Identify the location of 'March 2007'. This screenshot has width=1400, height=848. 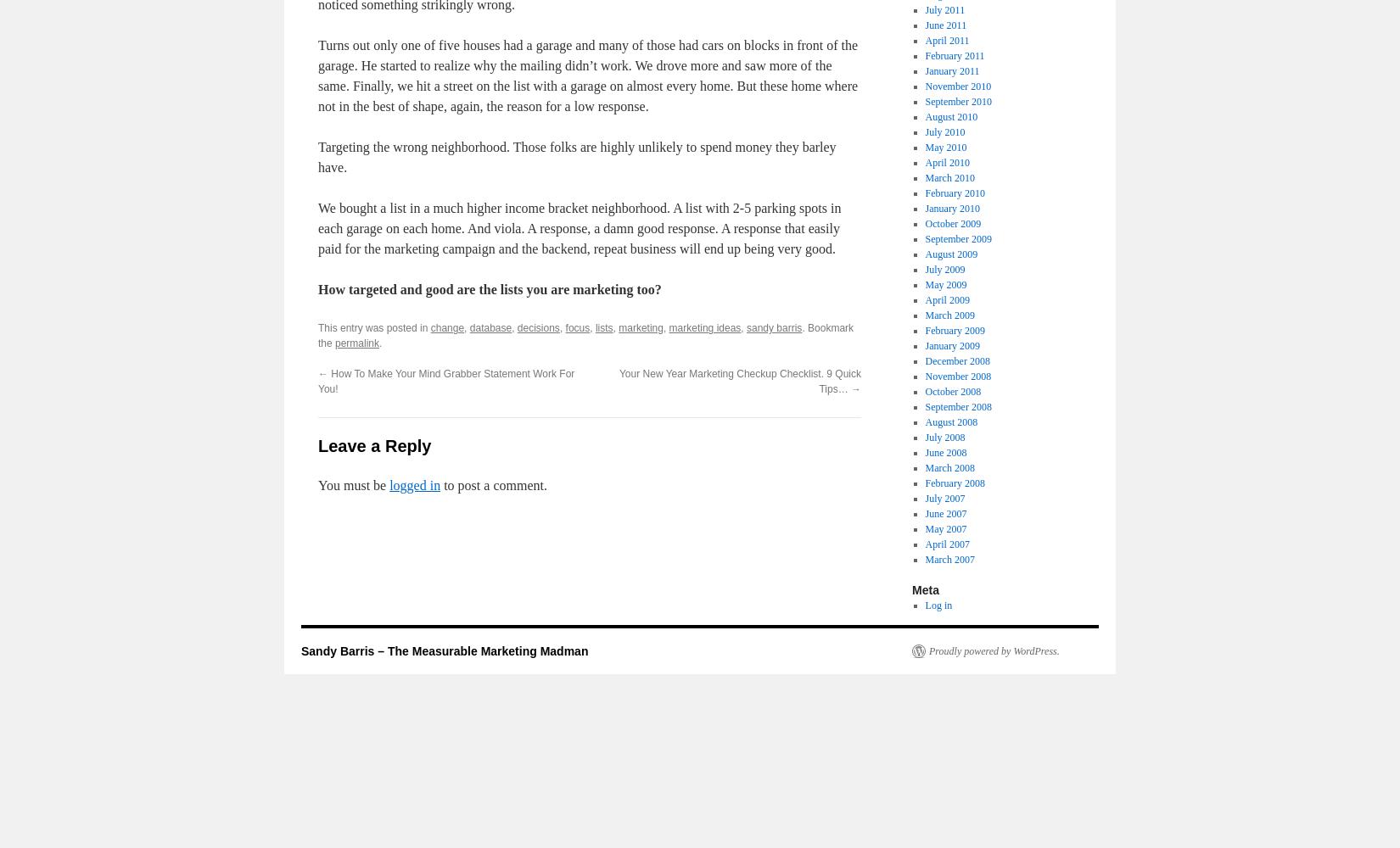
(949, 560).